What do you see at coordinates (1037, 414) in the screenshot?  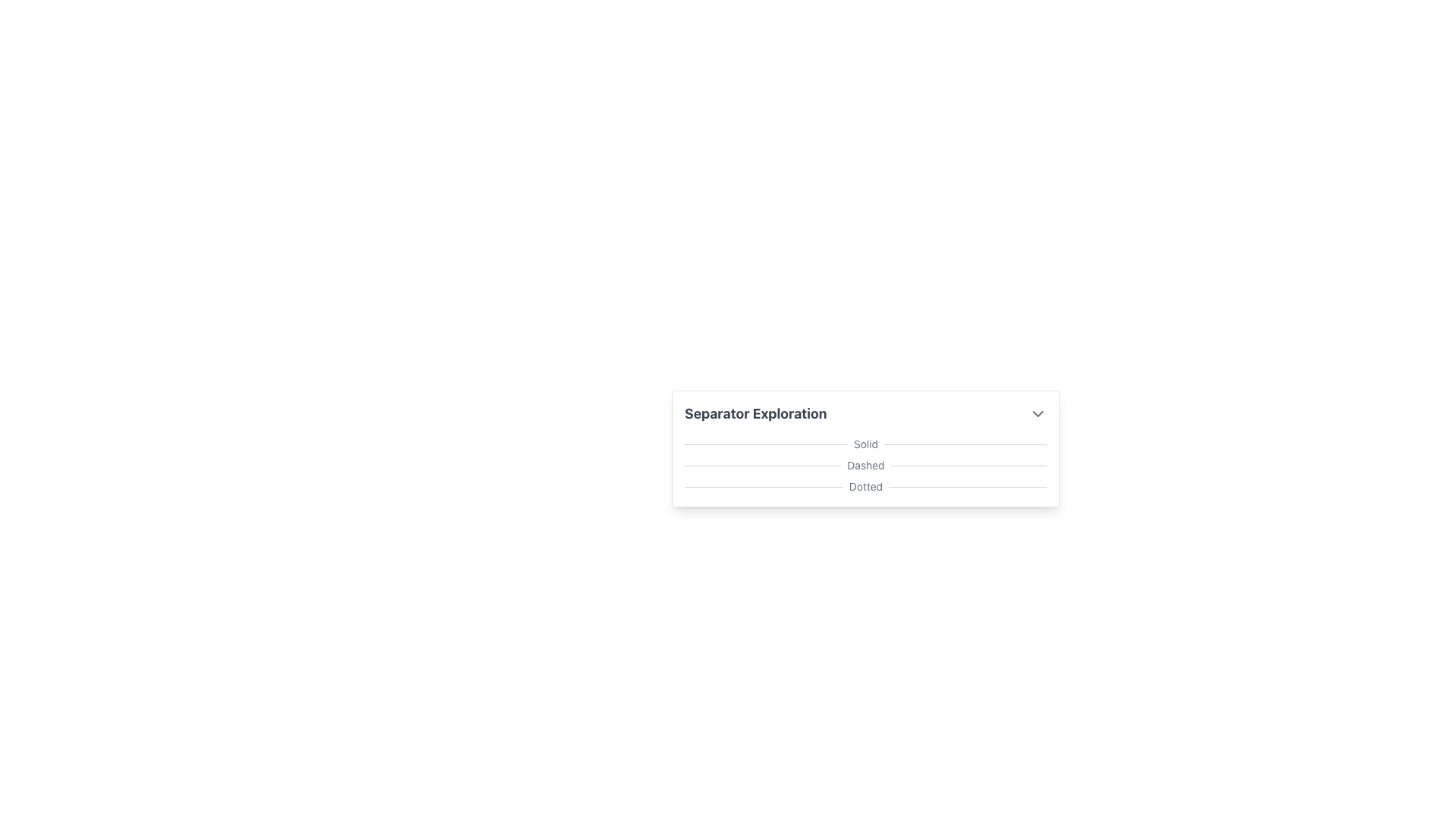 I see `the dropdown toggle icon located to the right of the text 'Separator Exploration'` at bounding box center [1037, 414].